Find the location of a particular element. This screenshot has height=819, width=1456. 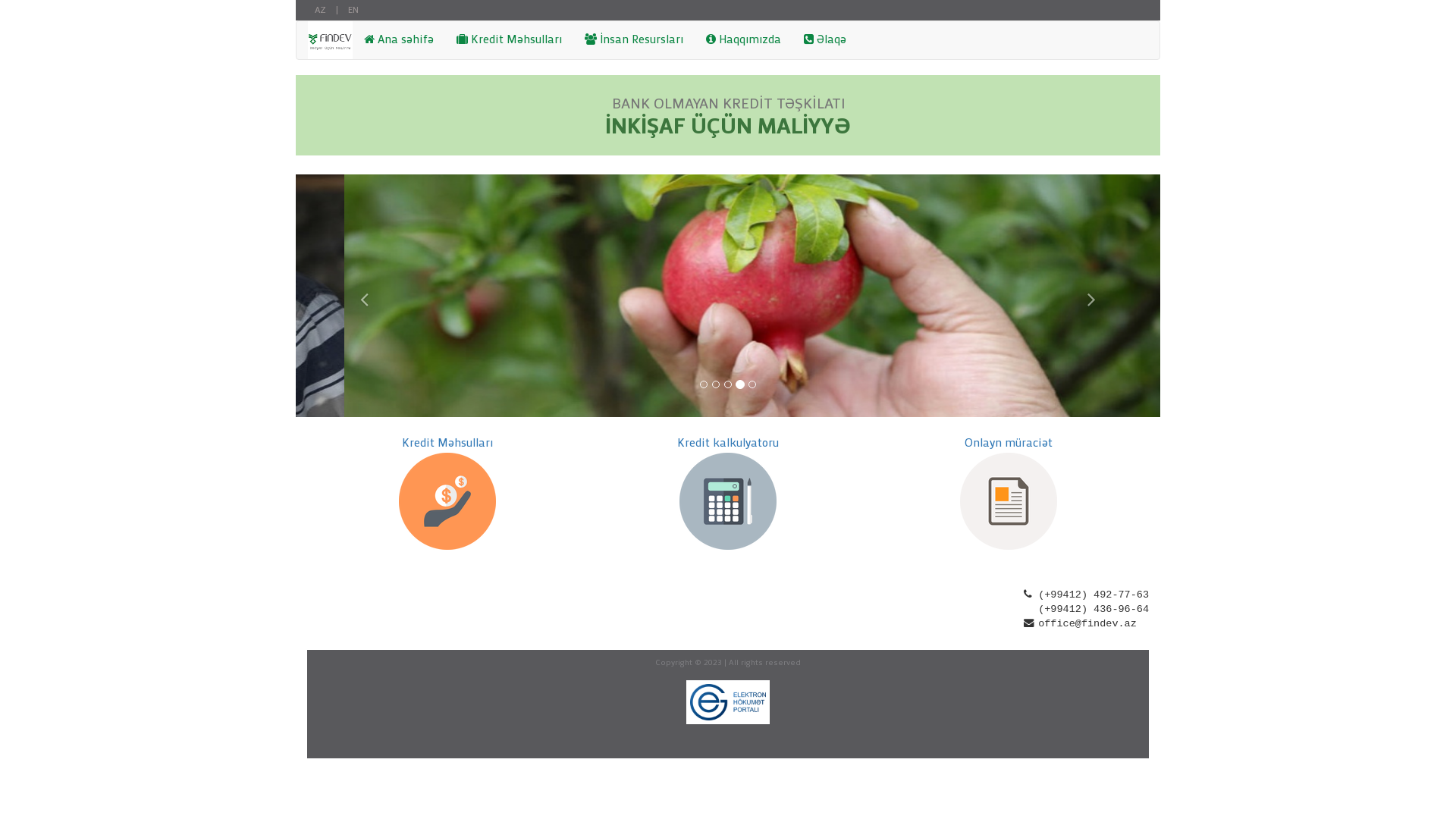

'Previous' is located at coordinates (359, 295).